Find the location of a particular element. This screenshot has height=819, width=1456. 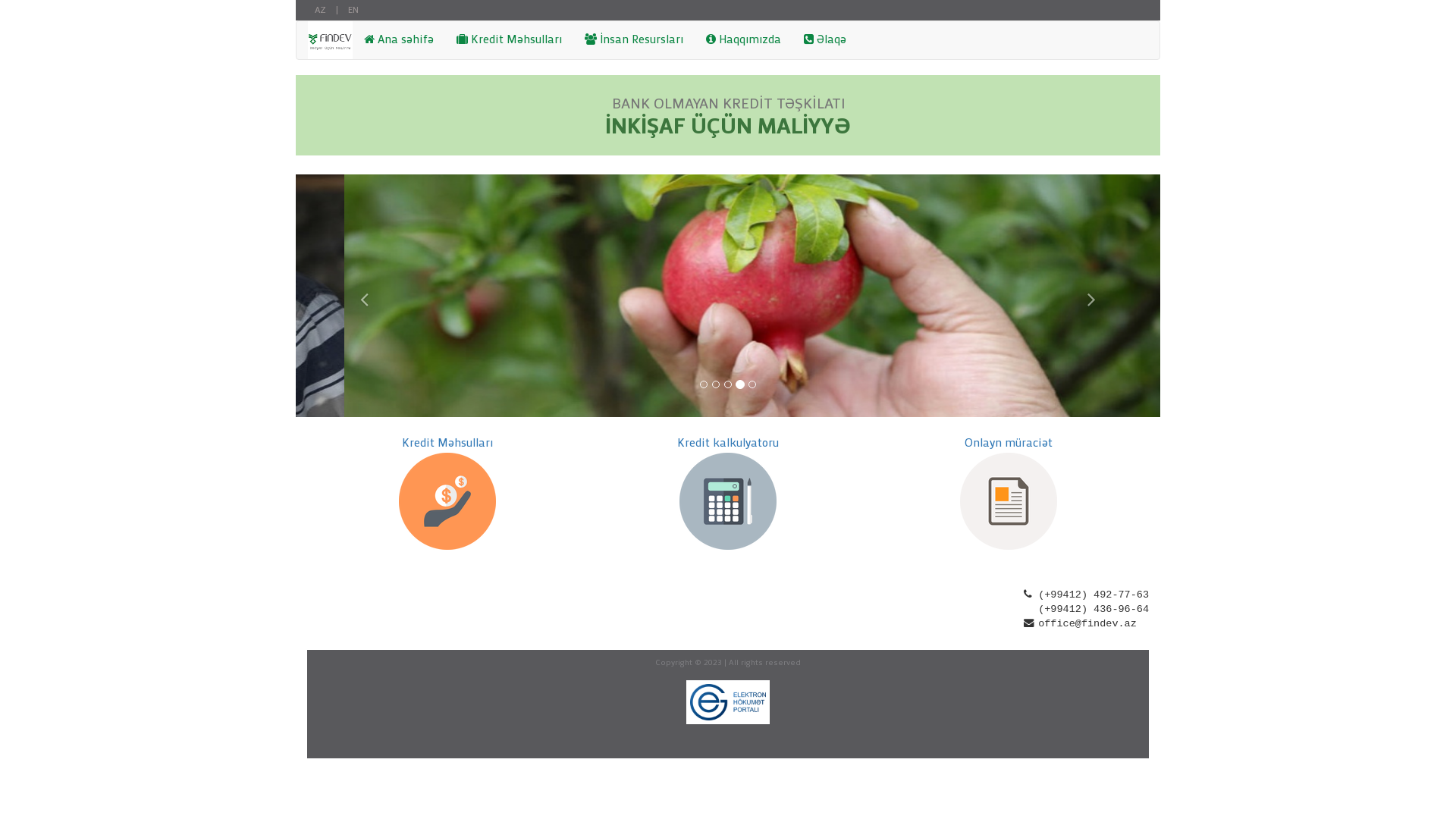

'Previous' is located at coordinates (359, 295).